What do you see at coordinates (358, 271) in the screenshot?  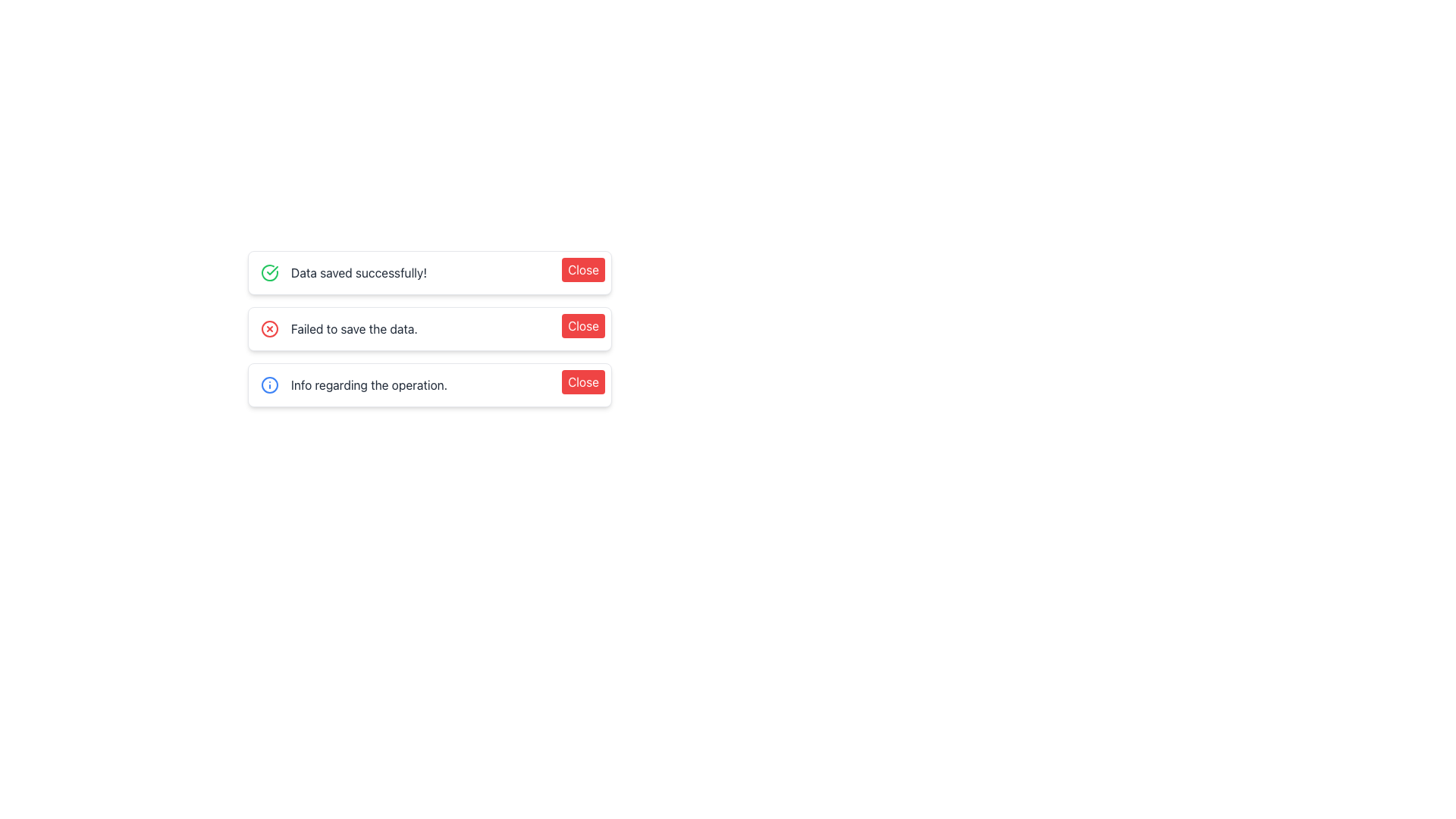 I see `the success message text label that indicates 'Data saved successfully!' located centrally in the notification bar` at bounding box center [358, 271].